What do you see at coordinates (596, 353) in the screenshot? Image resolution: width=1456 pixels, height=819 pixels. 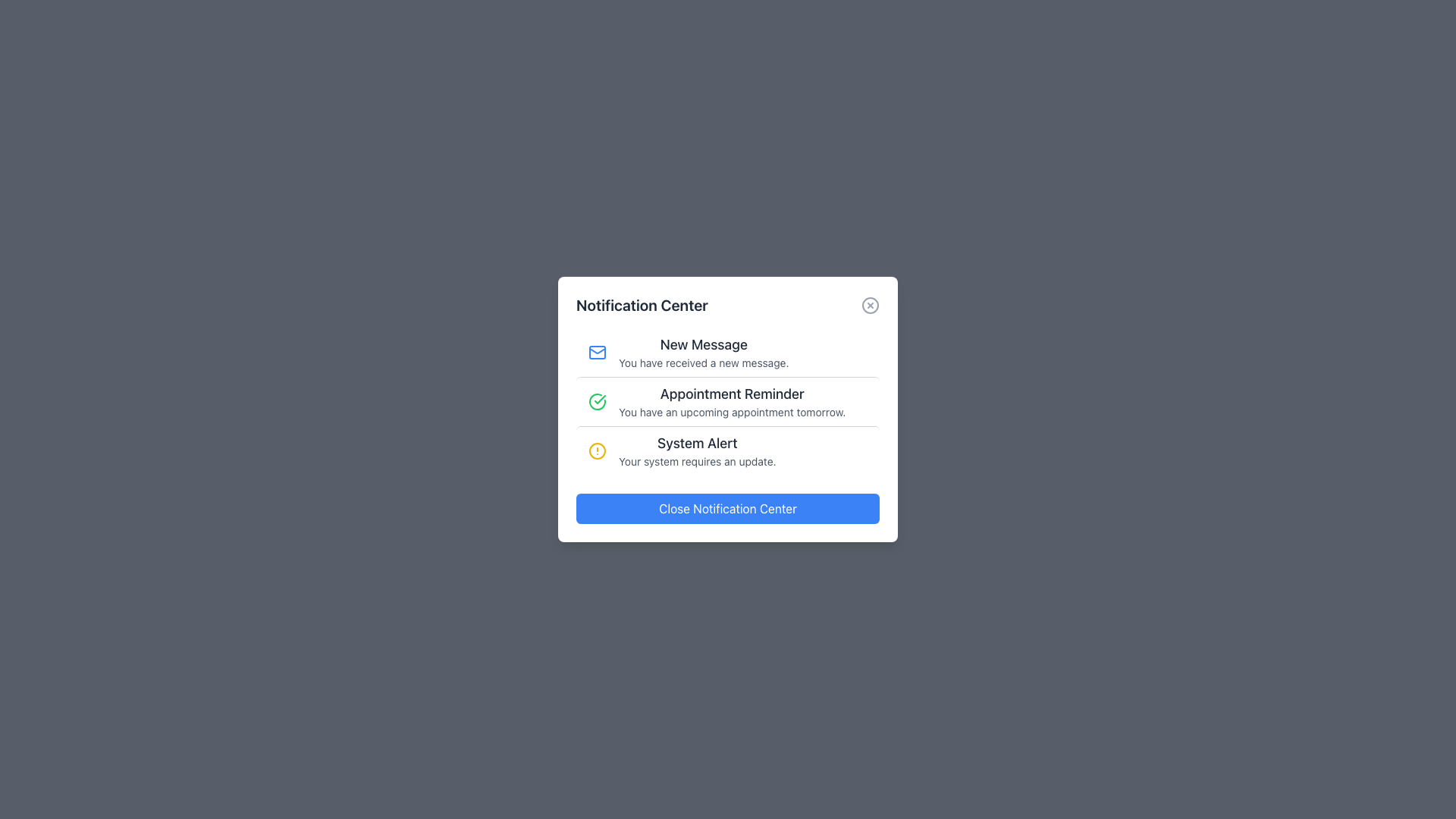 I see `the blue outlined mail icon resembling an envelope located to the left of the text 'New Message' in the notification panel` at bounding box center [596, 353].